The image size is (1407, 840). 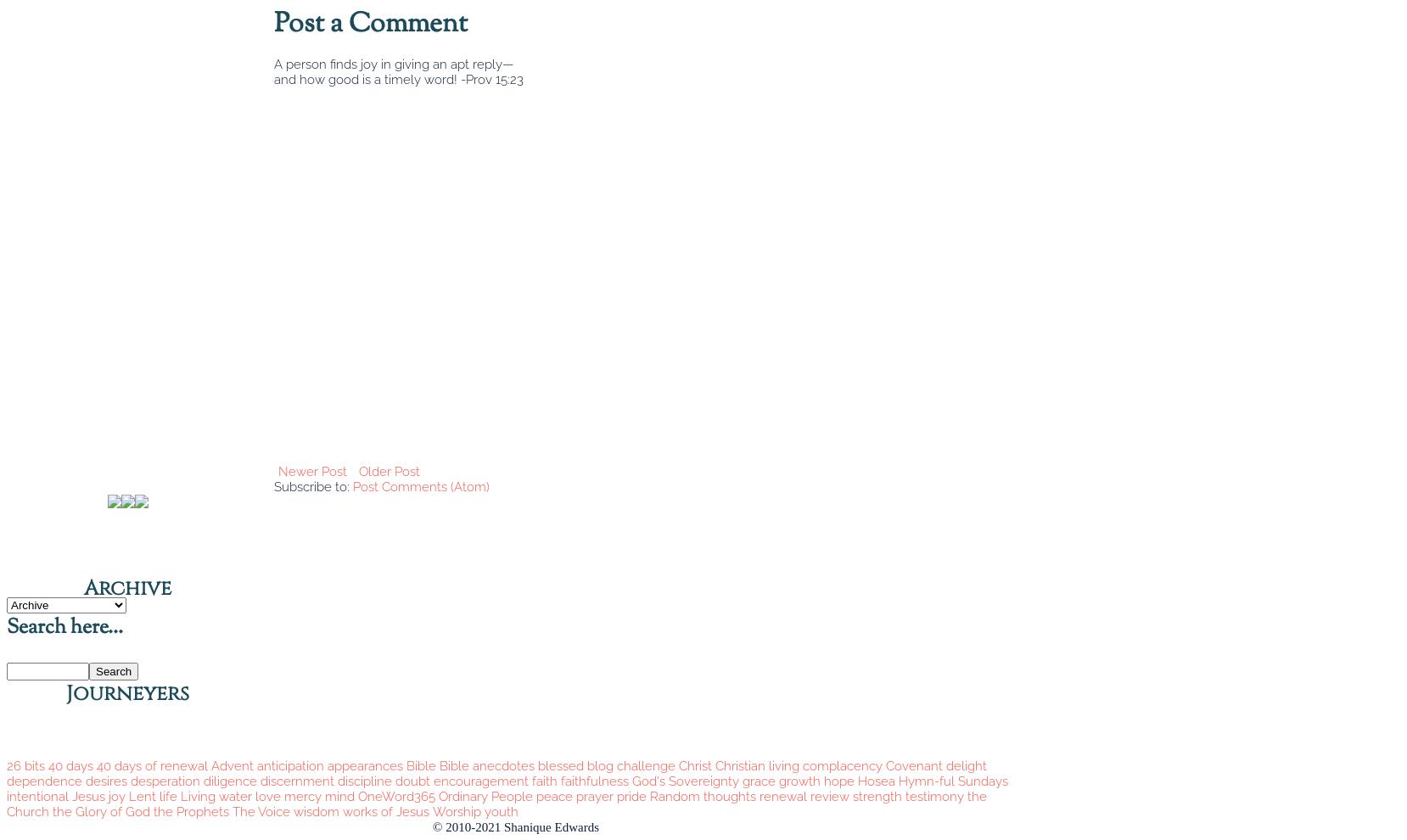 What do you see at coordinates (394, 64) in the screenshot?
I see `'A person finds joy in giving an apt reply—'` at bounding box center [394, 64].